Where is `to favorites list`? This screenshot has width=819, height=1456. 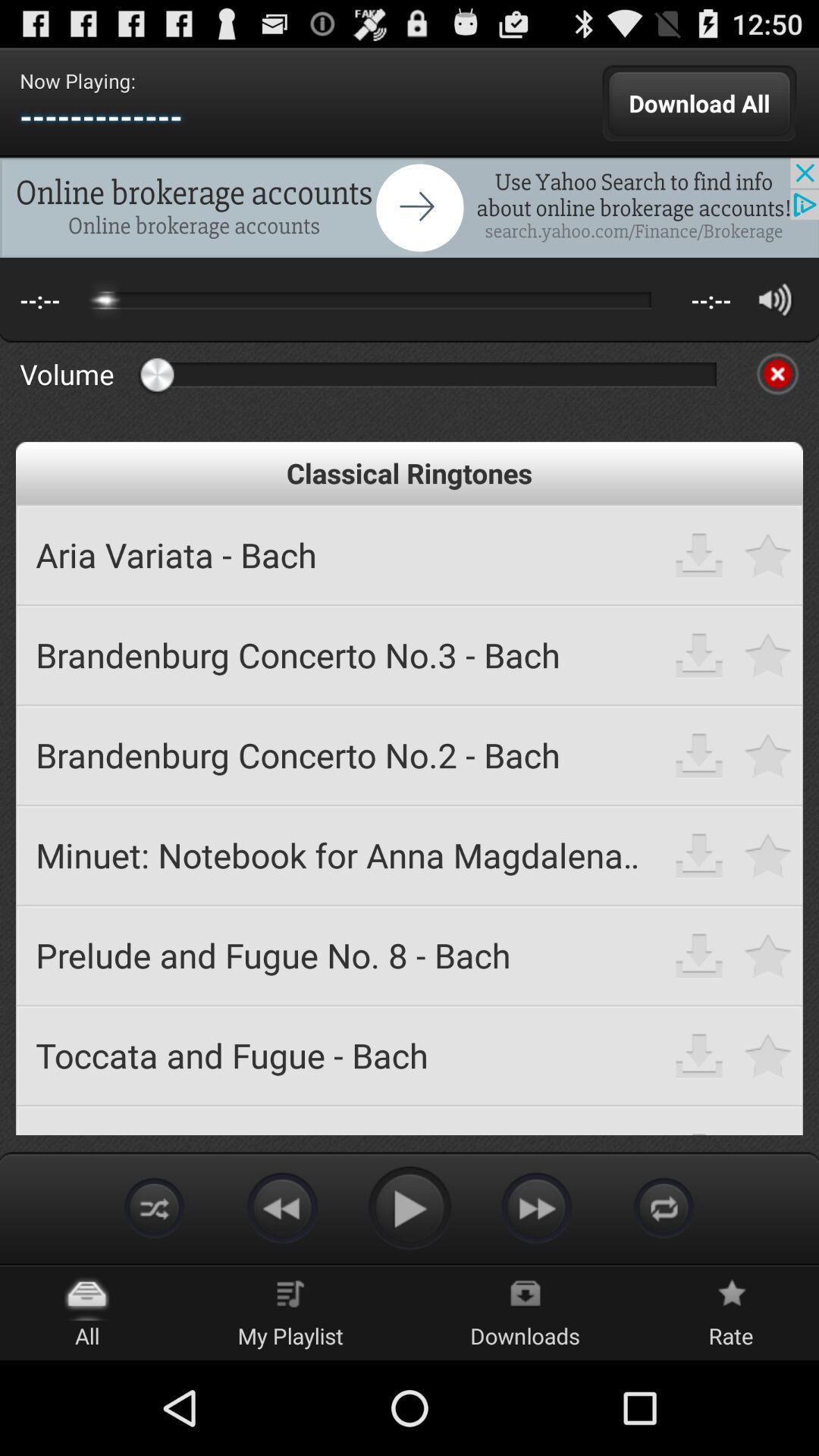 to favorites list is located at coordinates (768, 554).